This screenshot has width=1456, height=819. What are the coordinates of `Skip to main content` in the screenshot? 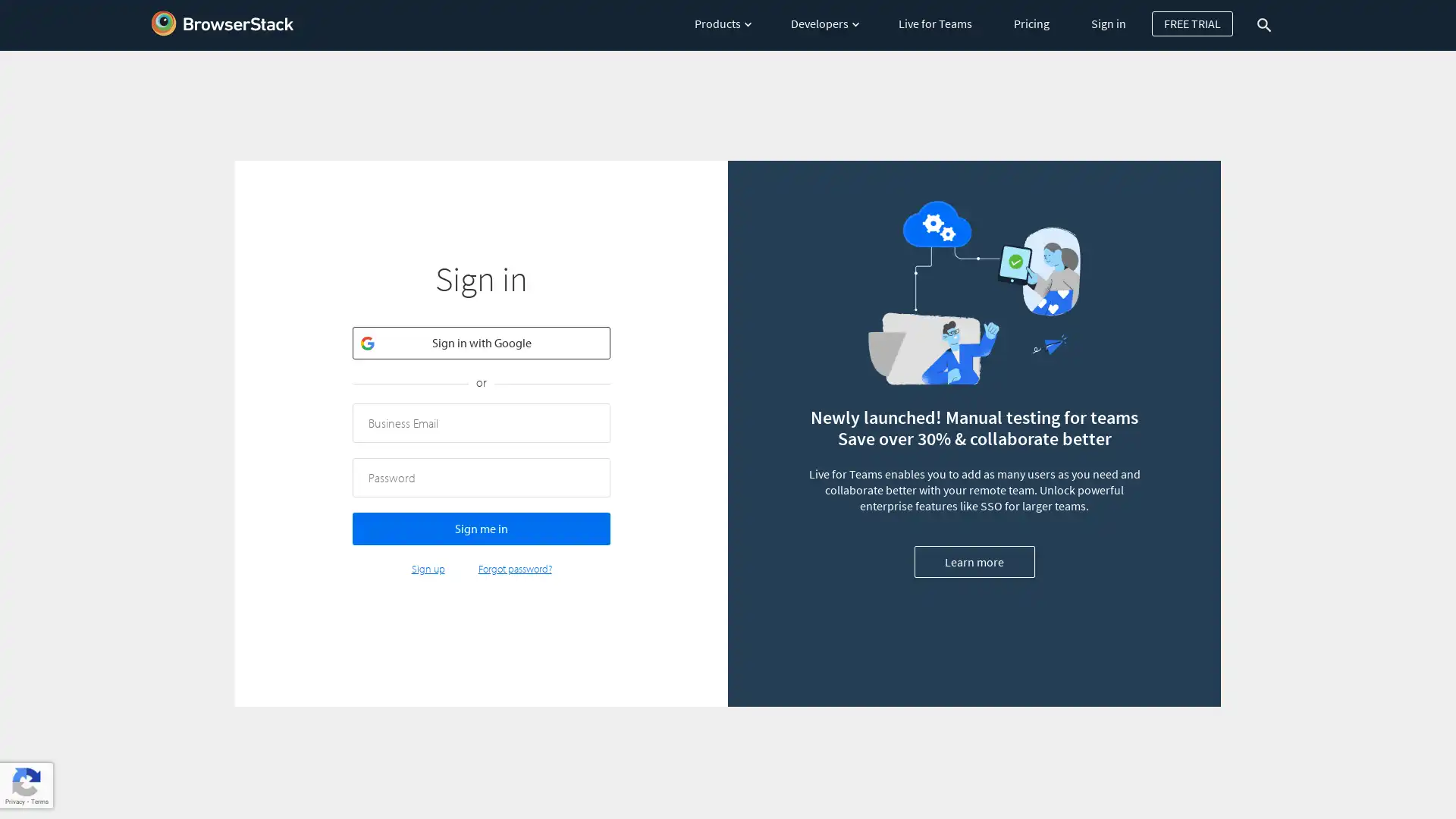 It's located at (2, 6).